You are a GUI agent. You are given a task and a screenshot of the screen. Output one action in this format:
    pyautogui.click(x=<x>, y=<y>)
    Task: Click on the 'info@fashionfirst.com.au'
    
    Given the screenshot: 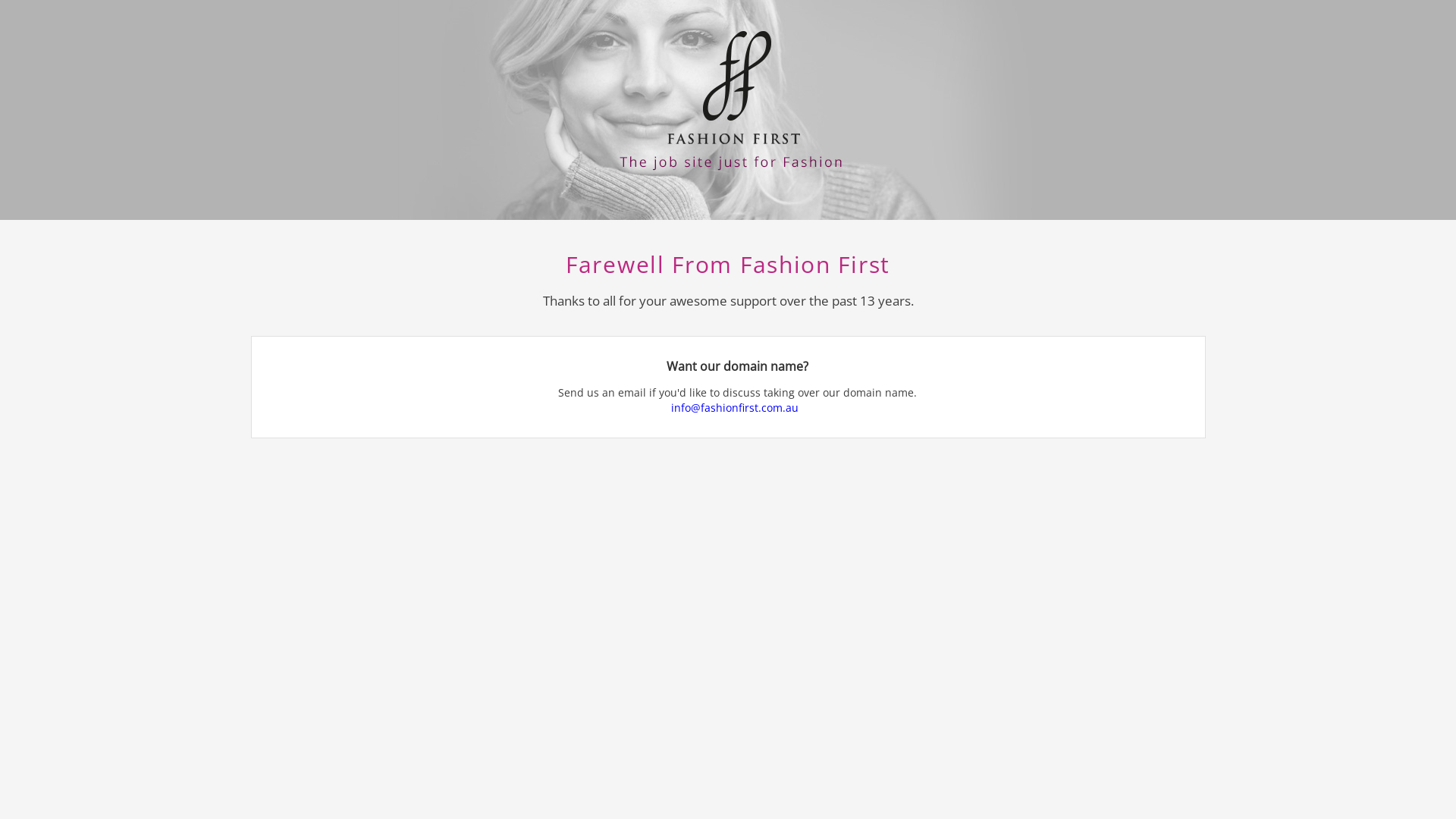 What is the action you would take?
    pyautogui.click(x=737, y=406)
    